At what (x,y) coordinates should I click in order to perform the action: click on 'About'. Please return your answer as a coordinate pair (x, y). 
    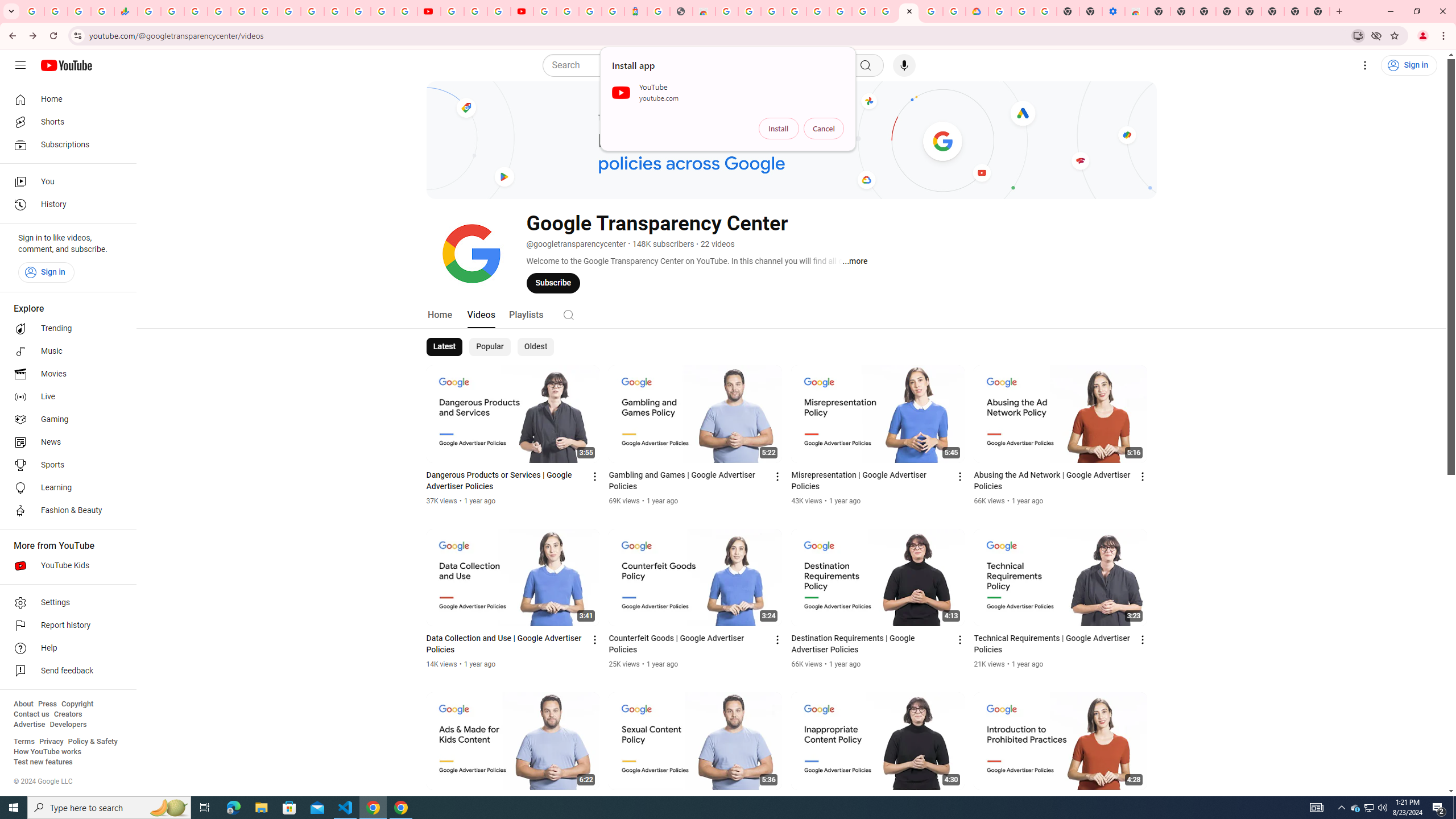
    Looking at the image, I should click on (23, 704).